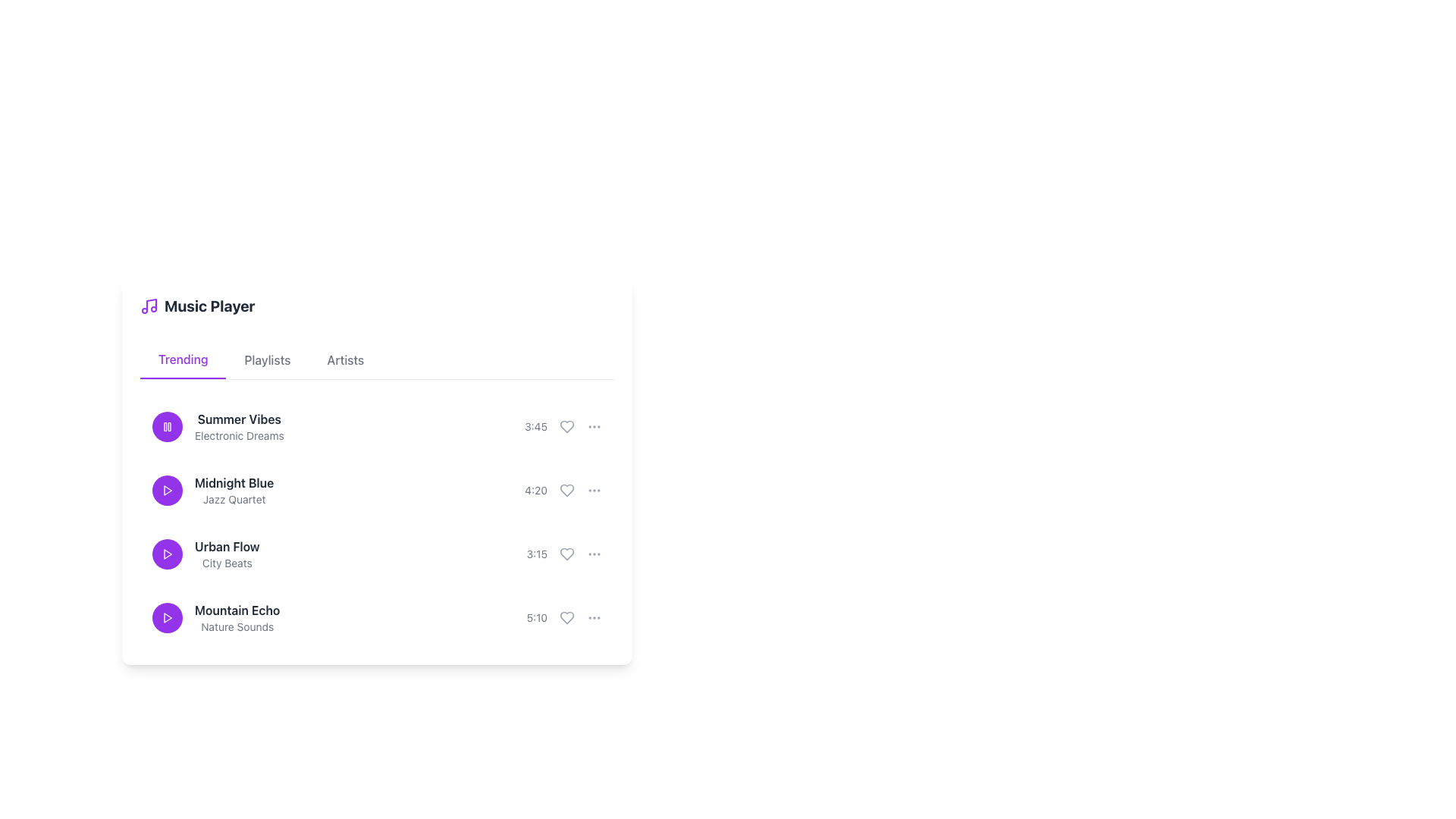  What do you see at coordinates (237, 626) in the screenshot?
I see `the text label 'Nature Sounds' located beneath the title 'Mountain Echo' in the 'Trending' tab of the music player interface` at bounding box center [237, 626].